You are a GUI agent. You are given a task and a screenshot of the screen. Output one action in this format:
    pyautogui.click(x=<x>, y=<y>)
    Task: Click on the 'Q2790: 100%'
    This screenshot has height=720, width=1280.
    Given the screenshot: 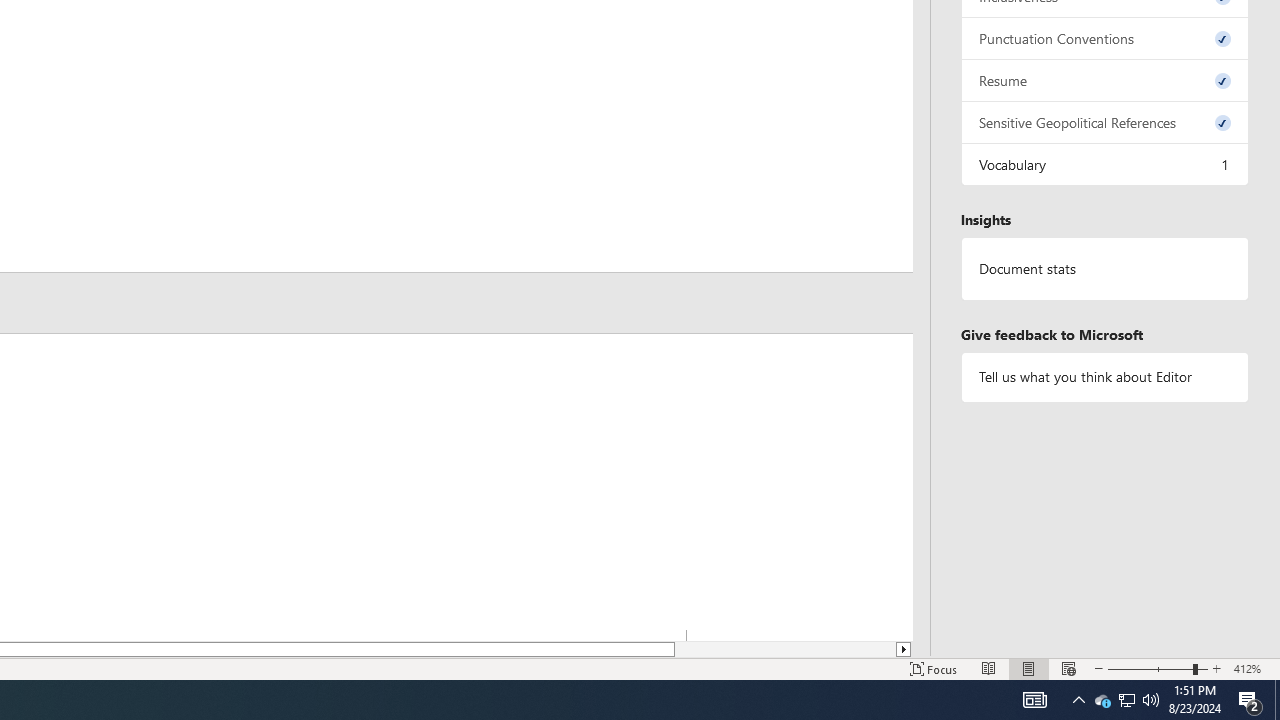 What is the action you would take?
    pyautogui.click(x=1151, y=698)
    